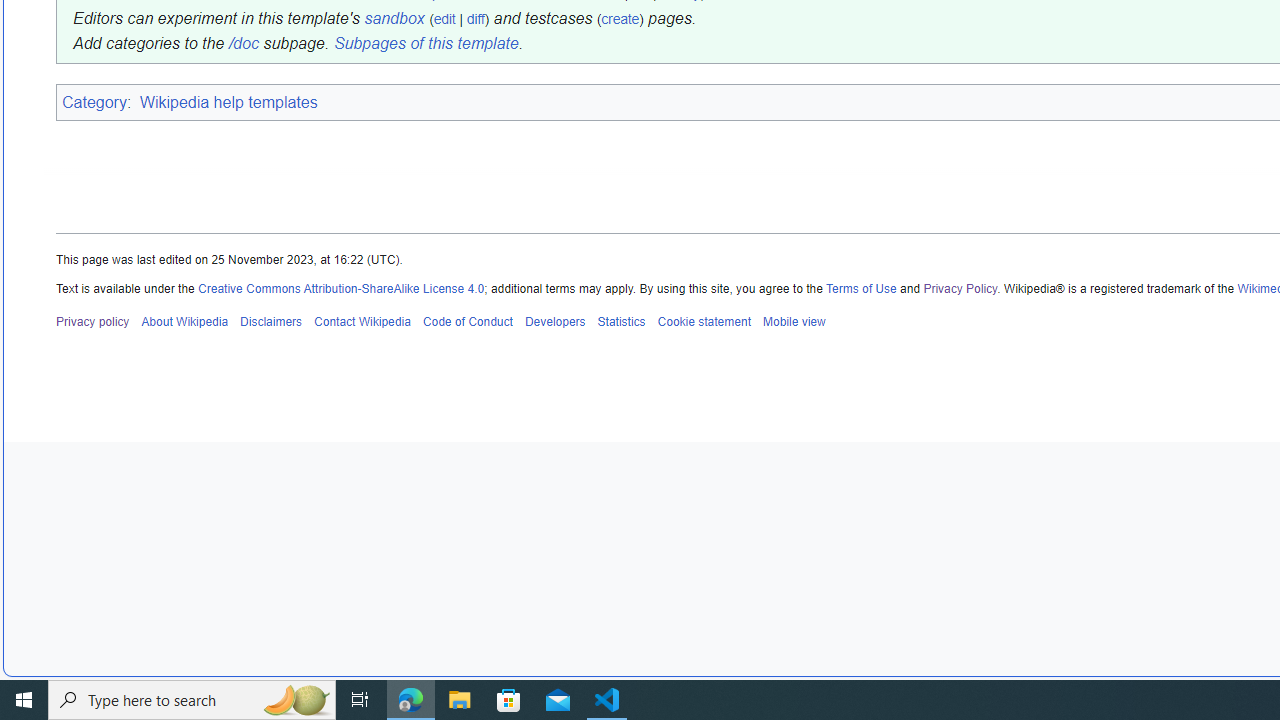 This screenshot has height=720, width=1280. I want to click on 'Privacy policy', so click(92, 320).